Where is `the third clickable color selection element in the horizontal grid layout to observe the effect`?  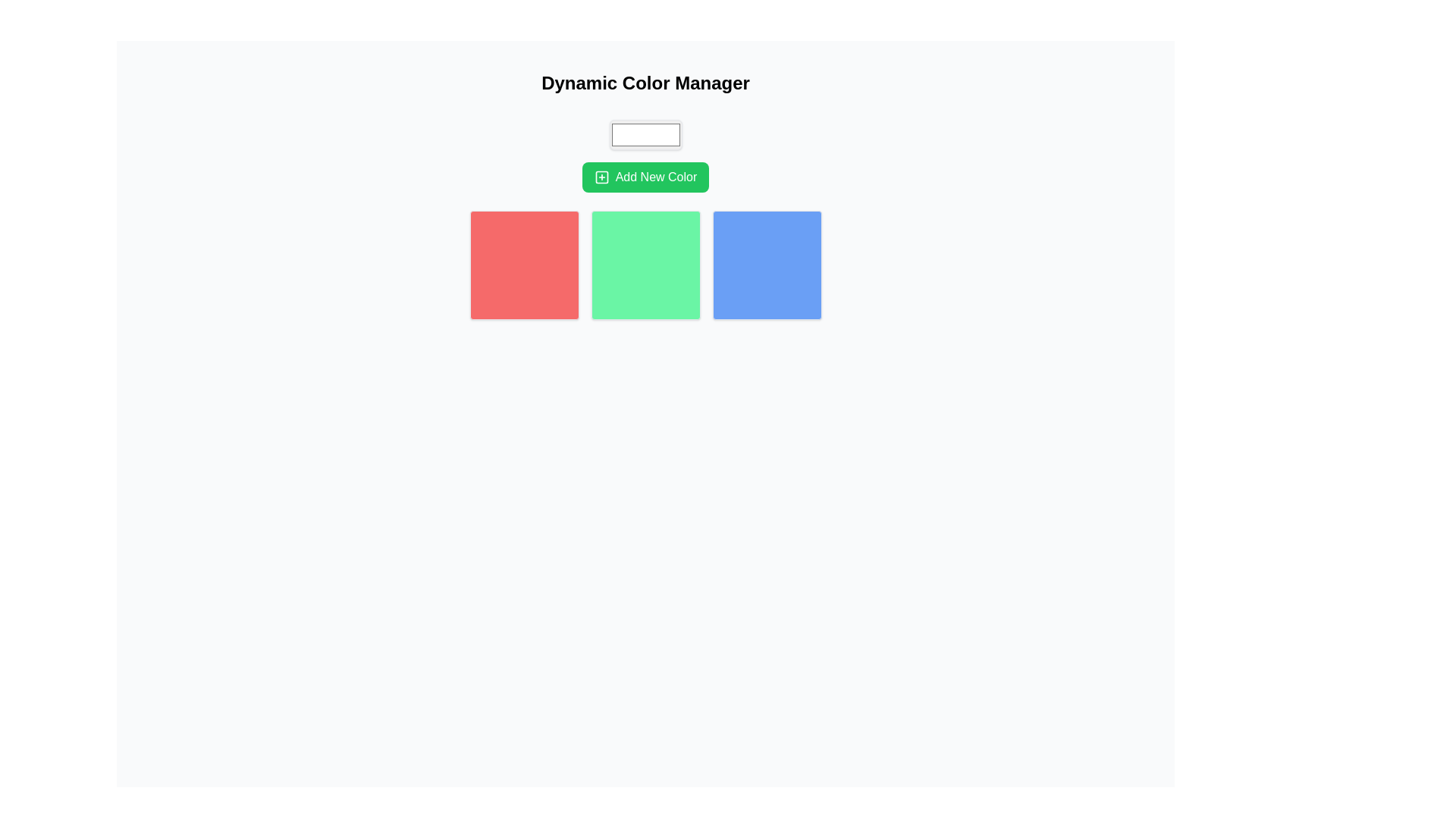 the third clickable color selection element in the horizontal grid layout to observe the effect is located at coordinates (767, 265).